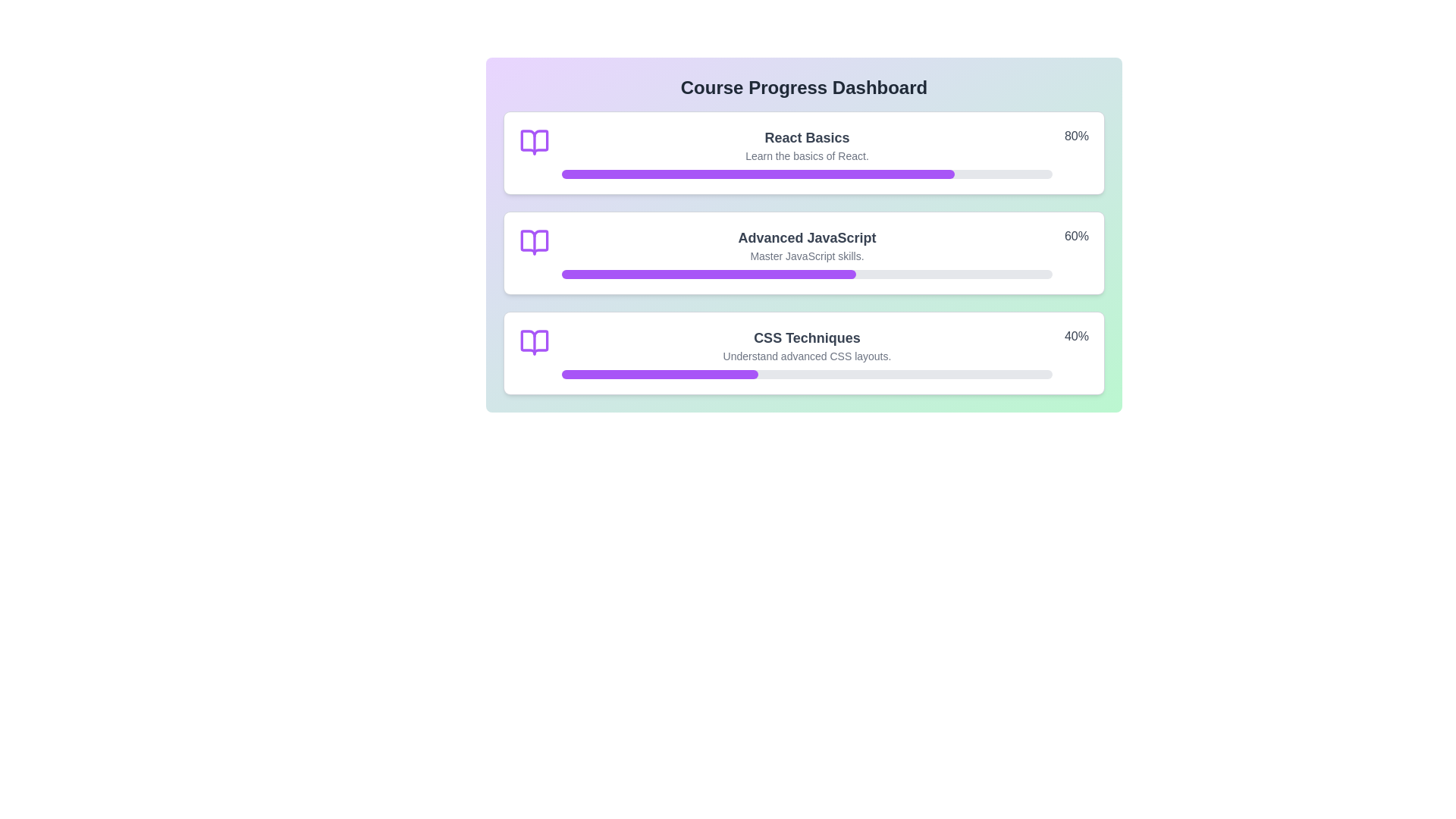 The height and width of the screenshot is (819, 1456). Describe the element at coordinates (806, 337) in the screenshot. I see `the heading text labeled 'CSS Techniques', which is a bold and large-sized text located in the bottom third of the course list` at that location.